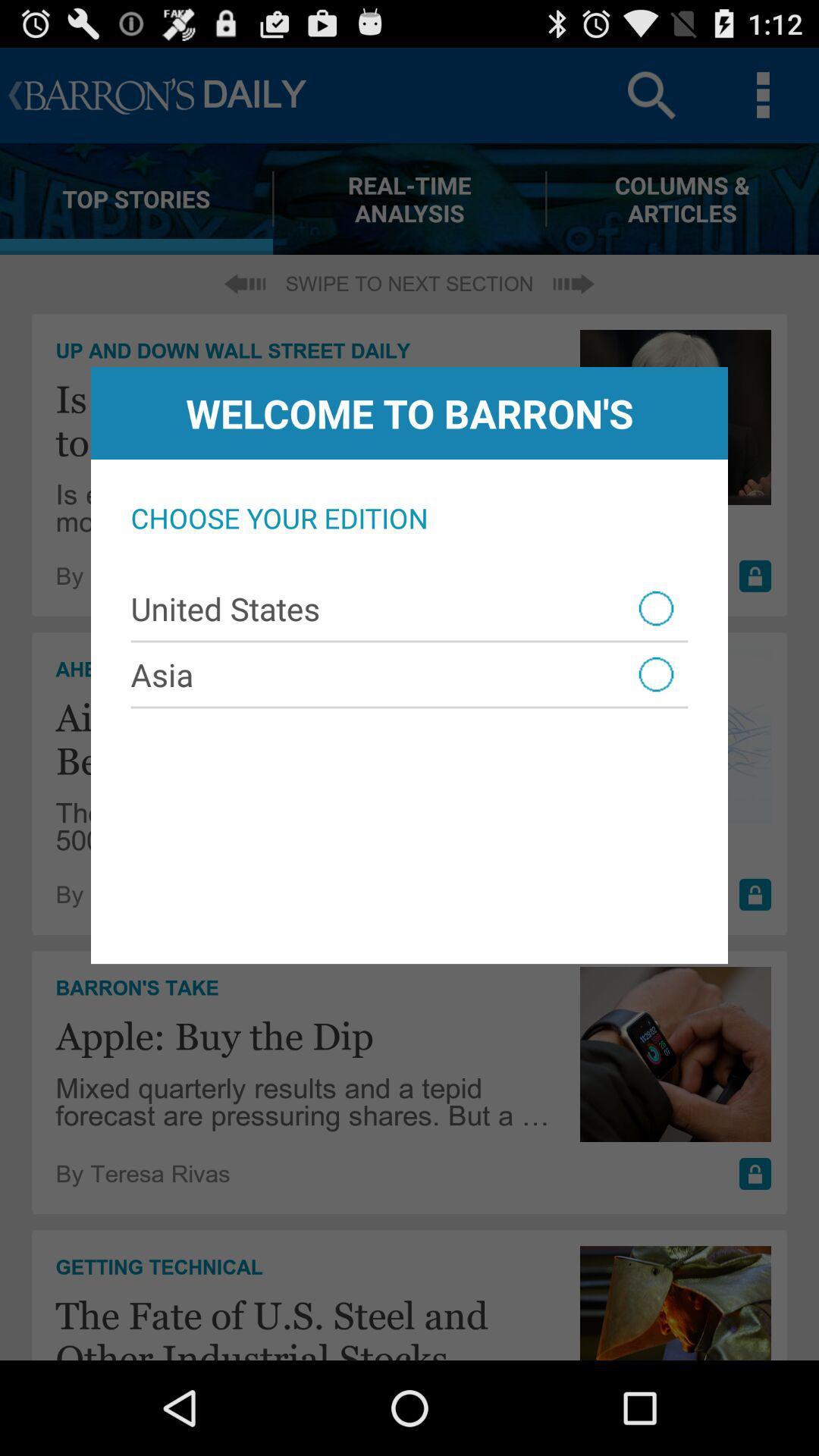 The height and width of the screenshot is (1456, 819). Describe the element at coordinates (409, 673) in the screenshot. I see `the asia icon` at that location.